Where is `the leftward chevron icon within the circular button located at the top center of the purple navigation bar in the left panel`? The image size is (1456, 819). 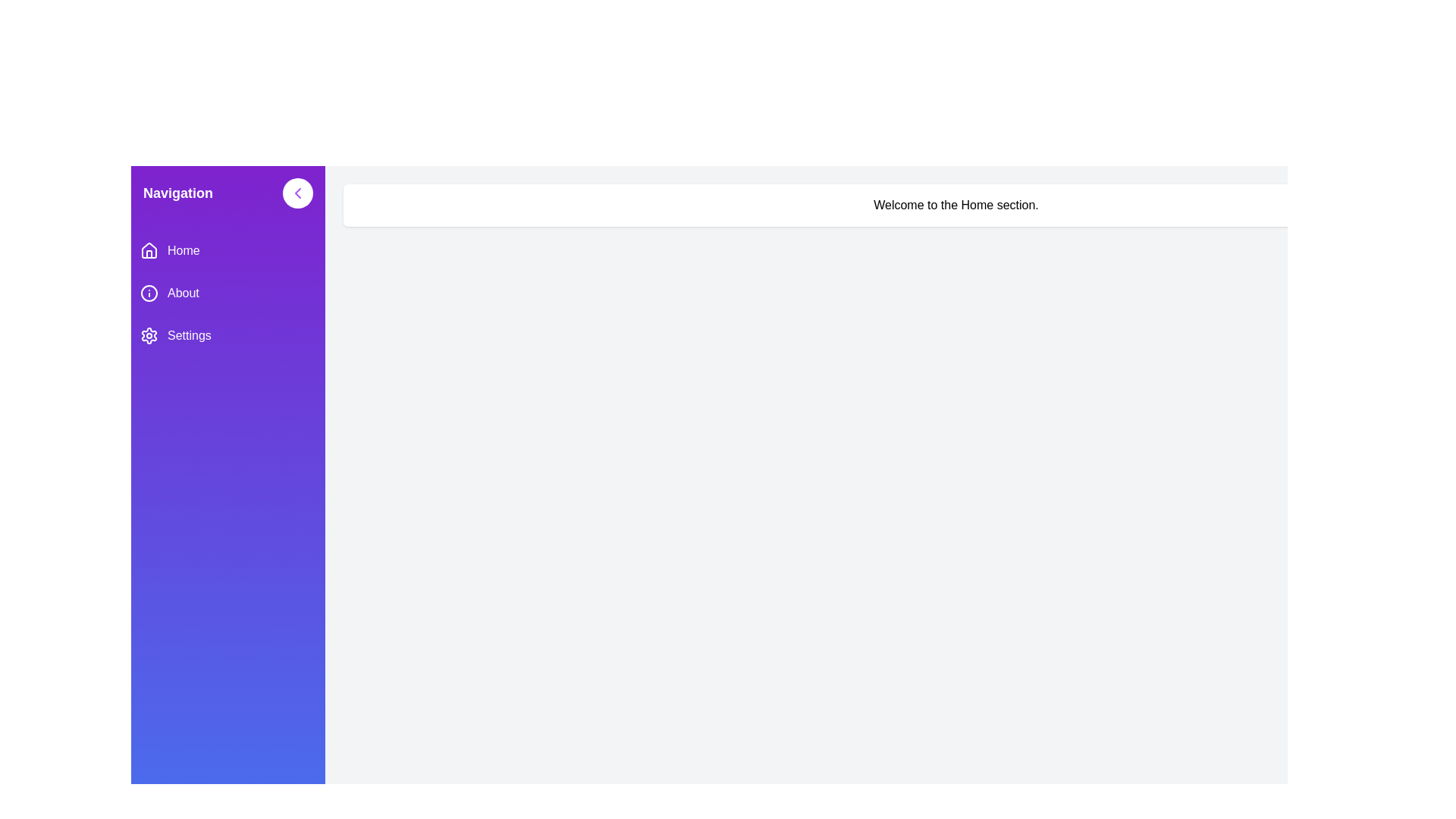
the leftward chevron icon within the circular button located at the top center of the purple navigation bar in the left panel is located at coordinates (298, 192).